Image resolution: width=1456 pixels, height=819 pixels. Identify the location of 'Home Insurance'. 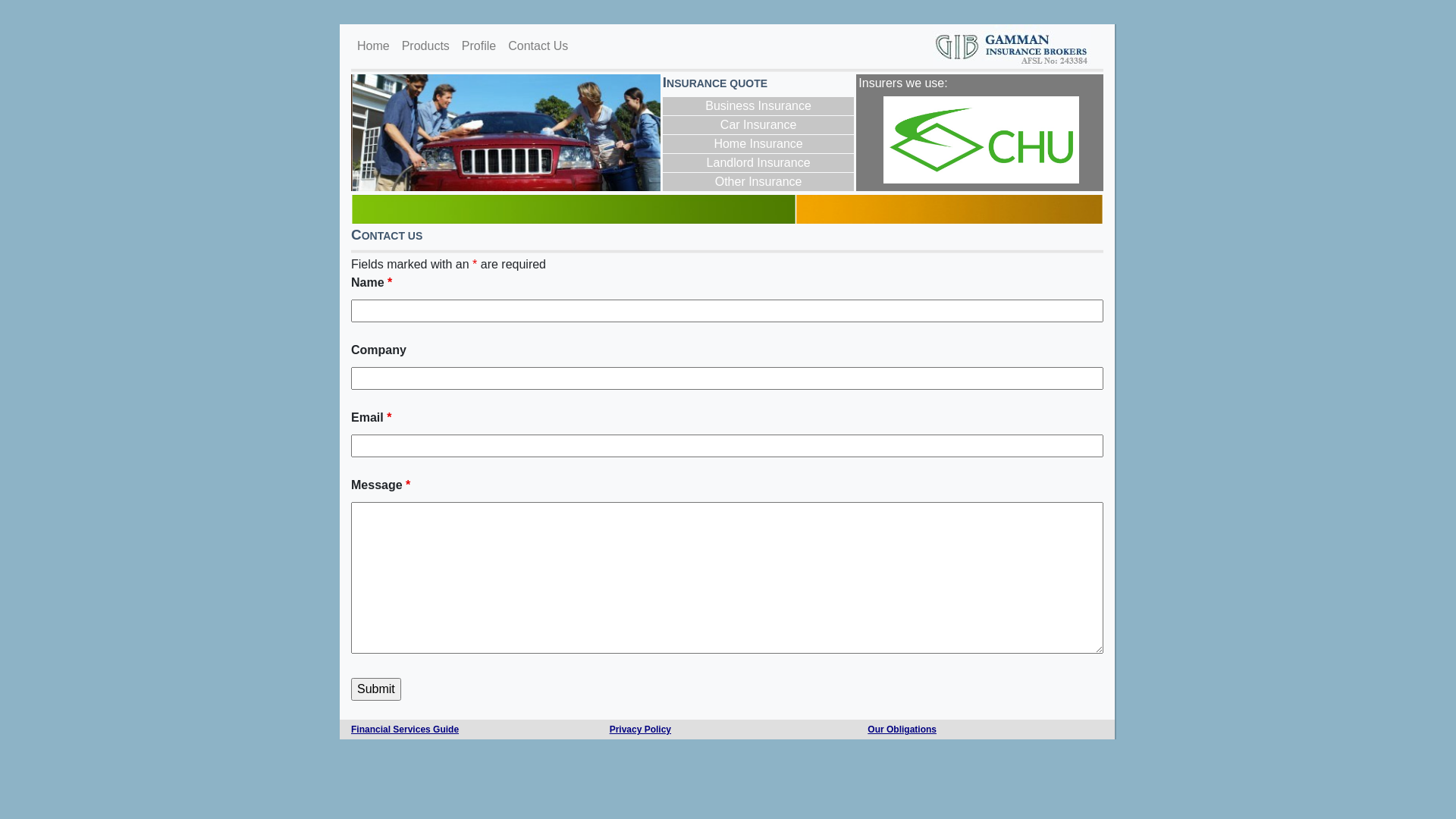
(758, 143).